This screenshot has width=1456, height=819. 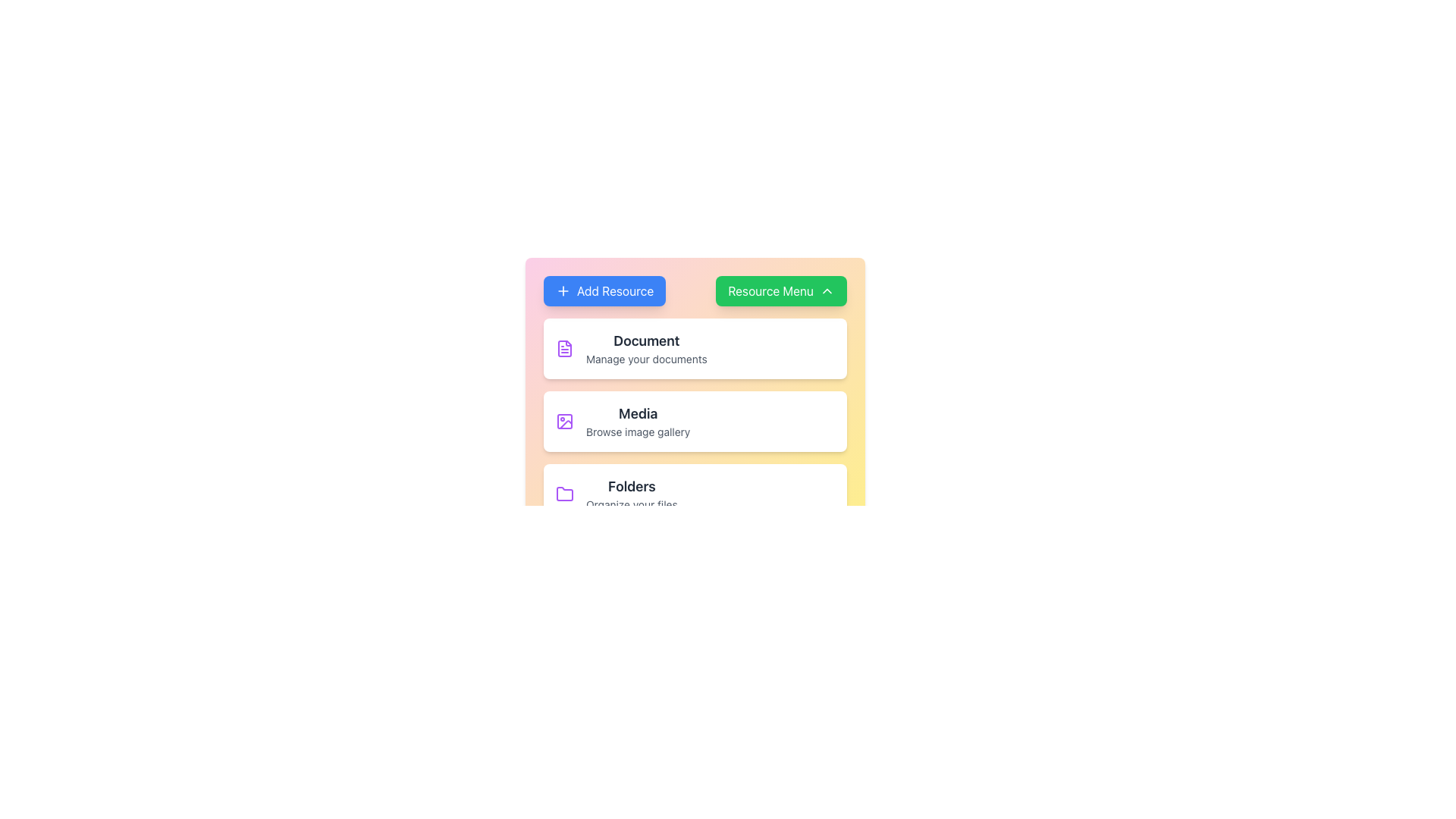 I want to click on the 'Document' Information Card located at the top of the vertical list of resource categories, so click(x=694, y=348).